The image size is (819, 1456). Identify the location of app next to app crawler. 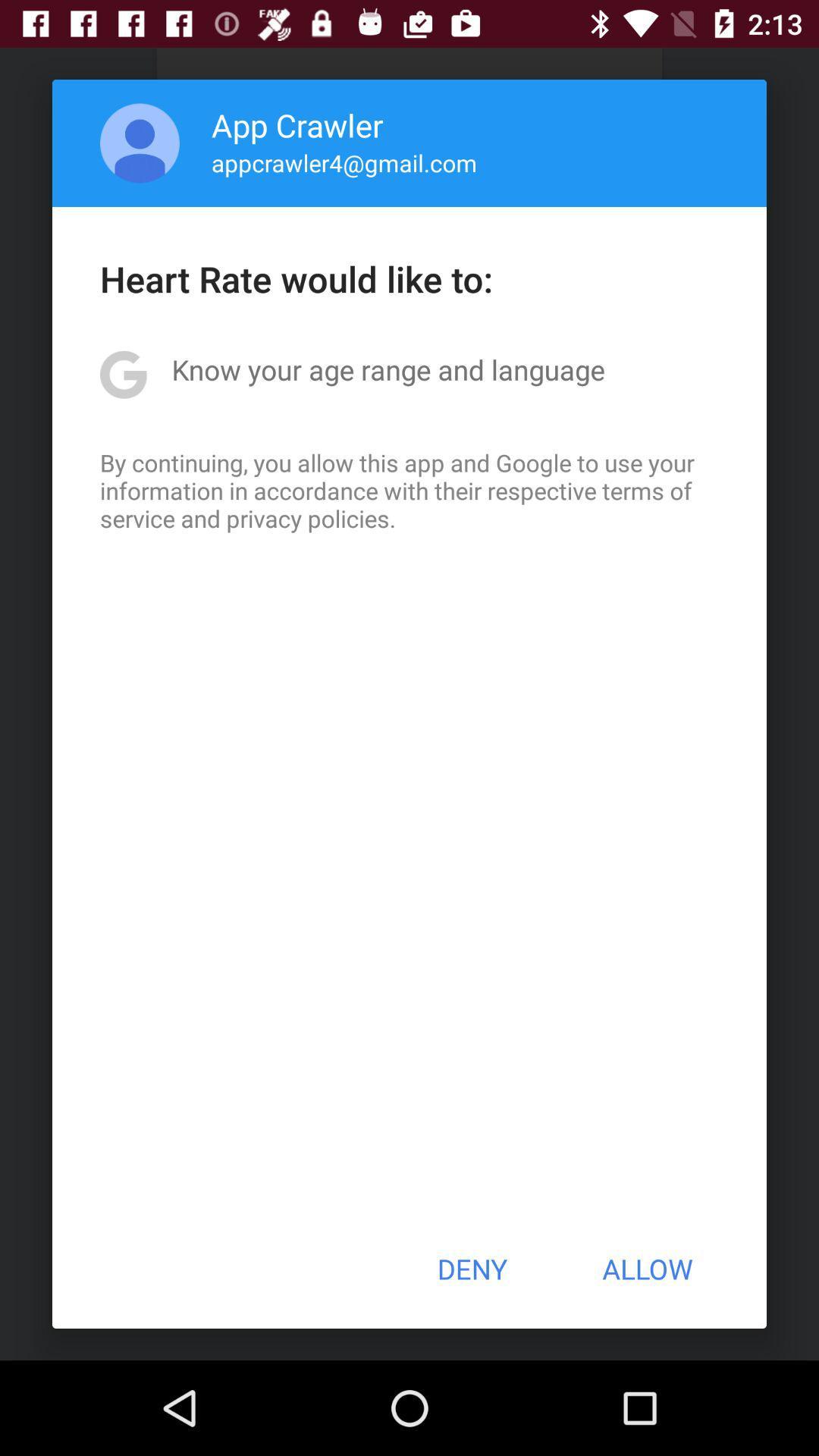
(140, 143).